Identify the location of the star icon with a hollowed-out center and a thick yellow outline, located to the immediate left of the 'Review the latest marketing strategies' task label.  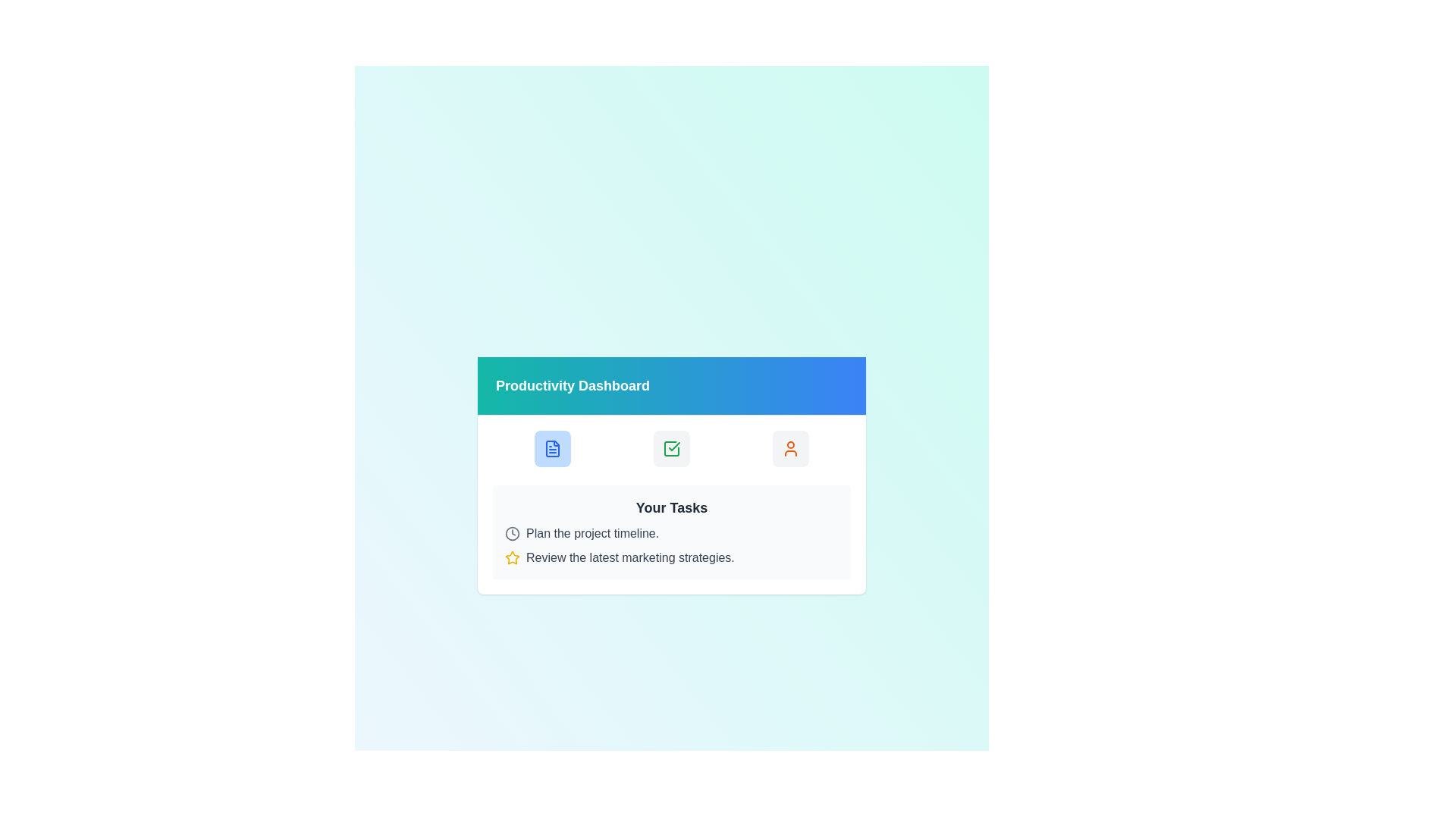
(513, 557).